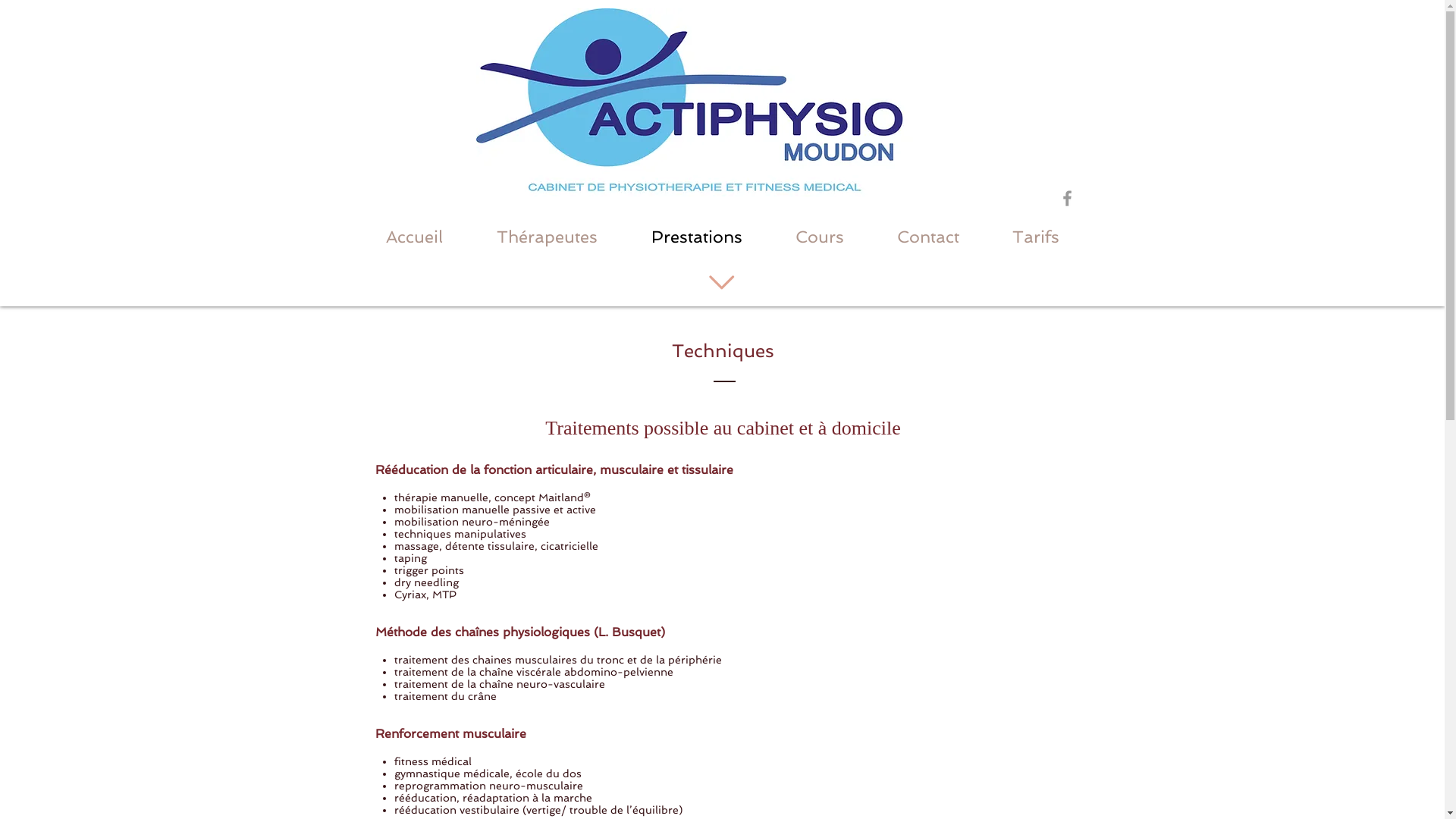  I want to click on 'Tarifs', so click(986, 237).